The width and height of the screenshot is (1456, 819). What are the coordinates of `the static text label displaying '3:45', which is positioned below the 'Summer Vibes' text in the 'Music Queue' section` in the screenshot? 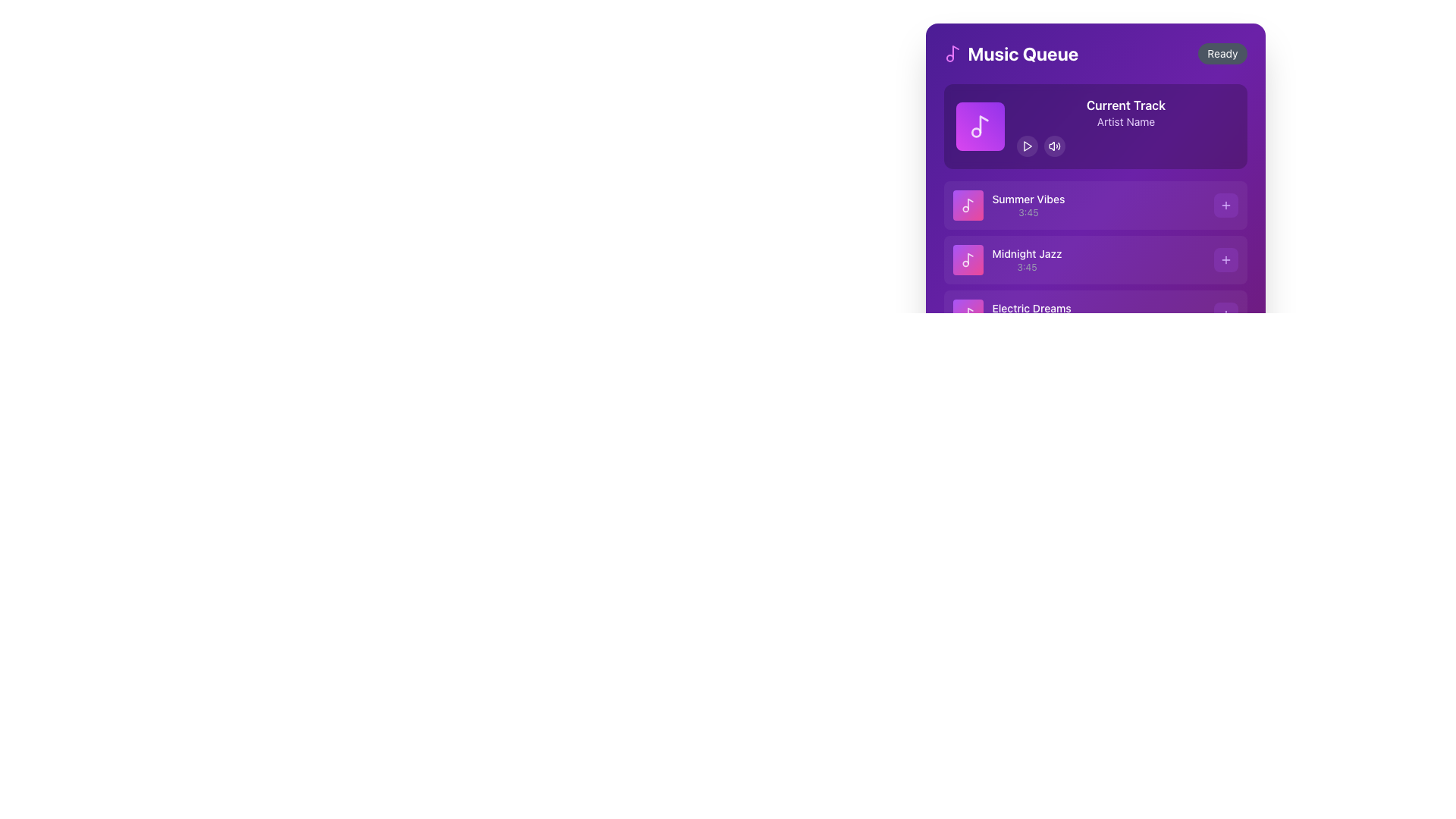 It's located at (1028, 213).